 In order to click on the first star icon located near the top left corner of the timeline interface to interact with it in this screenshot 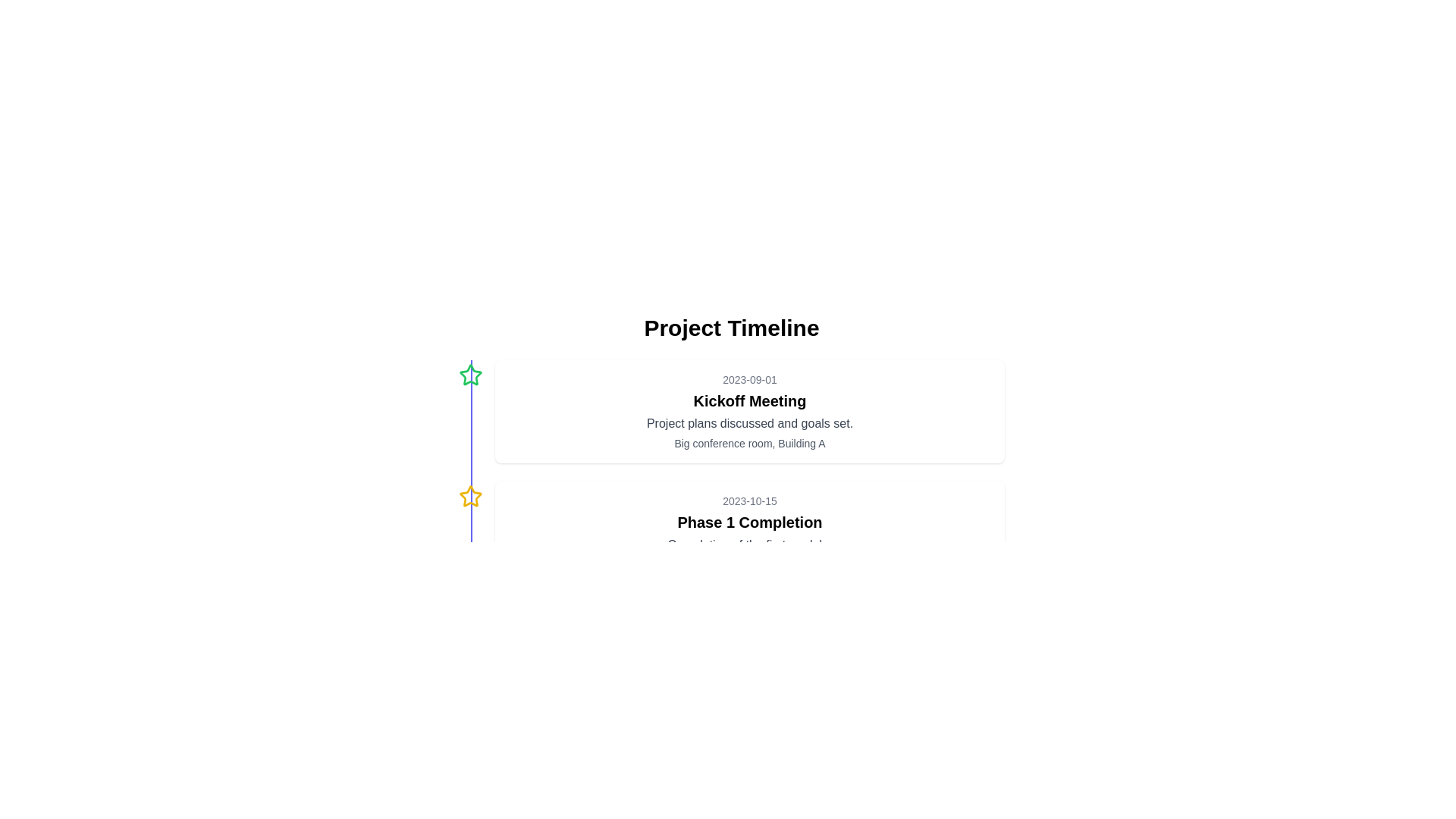, I will do `click(469, 375)`.